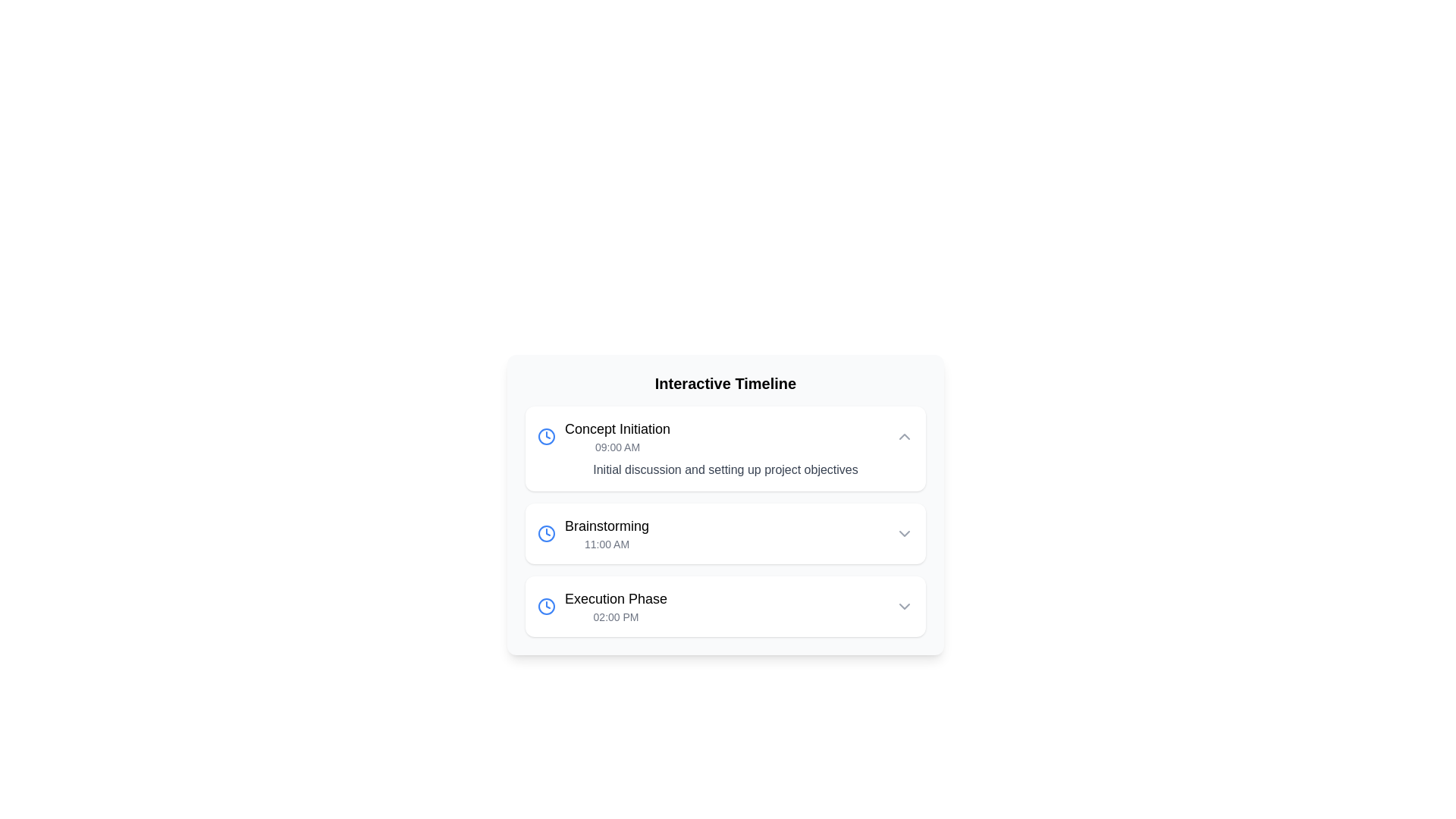 This screenshot has width=1456, height=819. Describe the element at coordinates (601, 605) in the screenshot. I see `timestamp of the timeline entry labeled 'Execution Phase' scheduled at '02:00 PM', which is the third row item in the timeline list` at that location.